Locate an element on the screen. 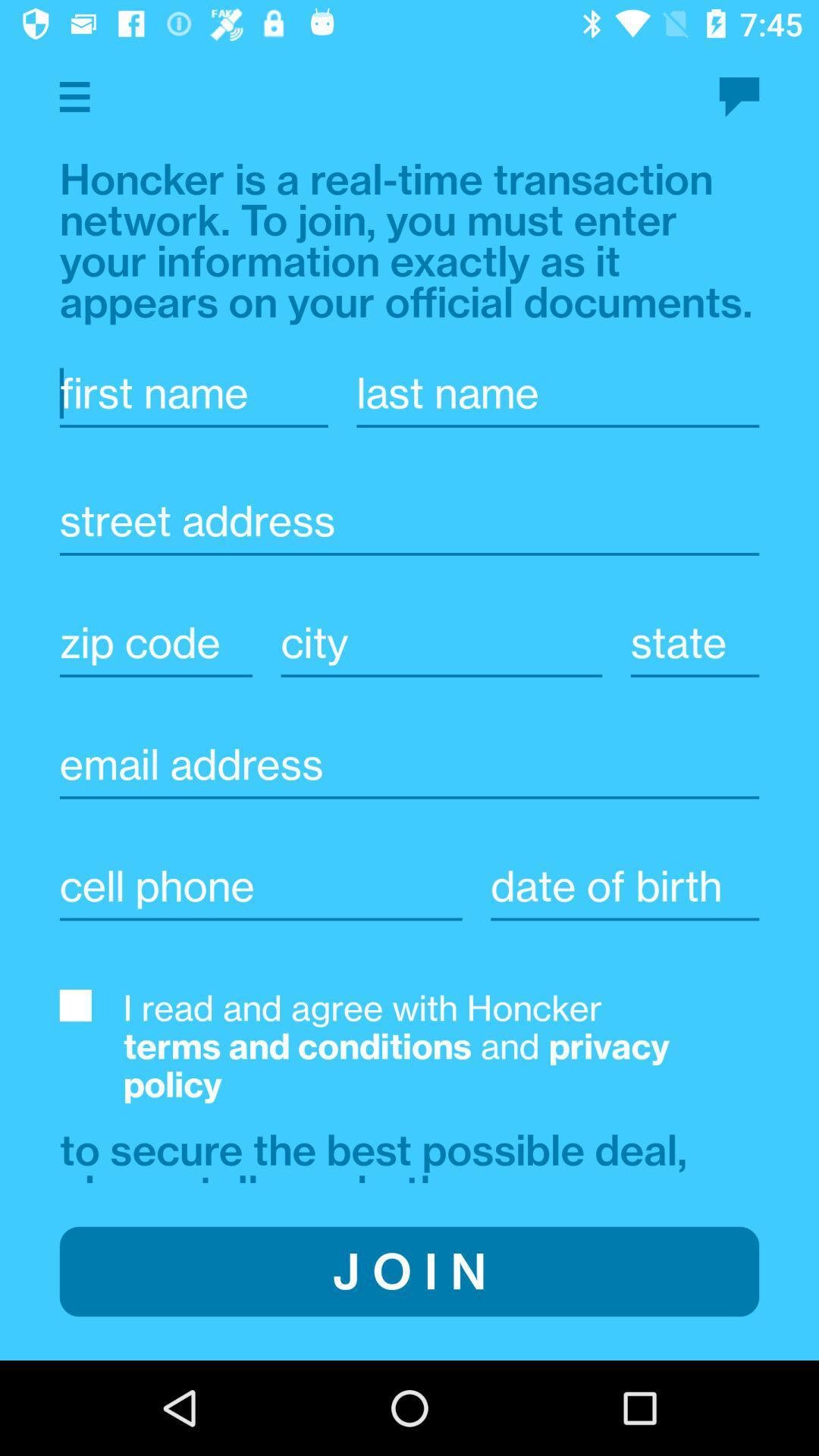  agree to t c is located at coordinates (75, 1005).